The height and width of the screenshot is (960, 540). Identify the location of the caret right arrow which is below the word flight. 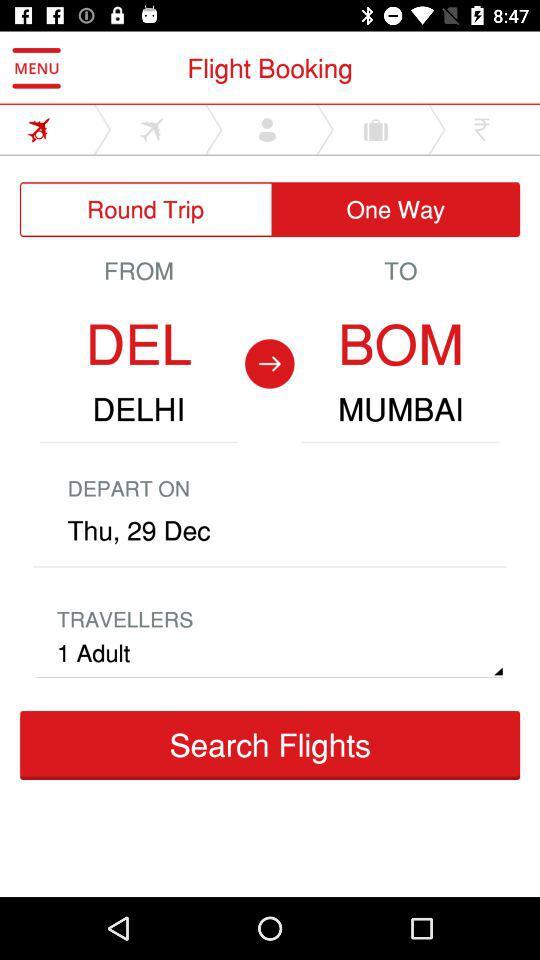
(213, 128).